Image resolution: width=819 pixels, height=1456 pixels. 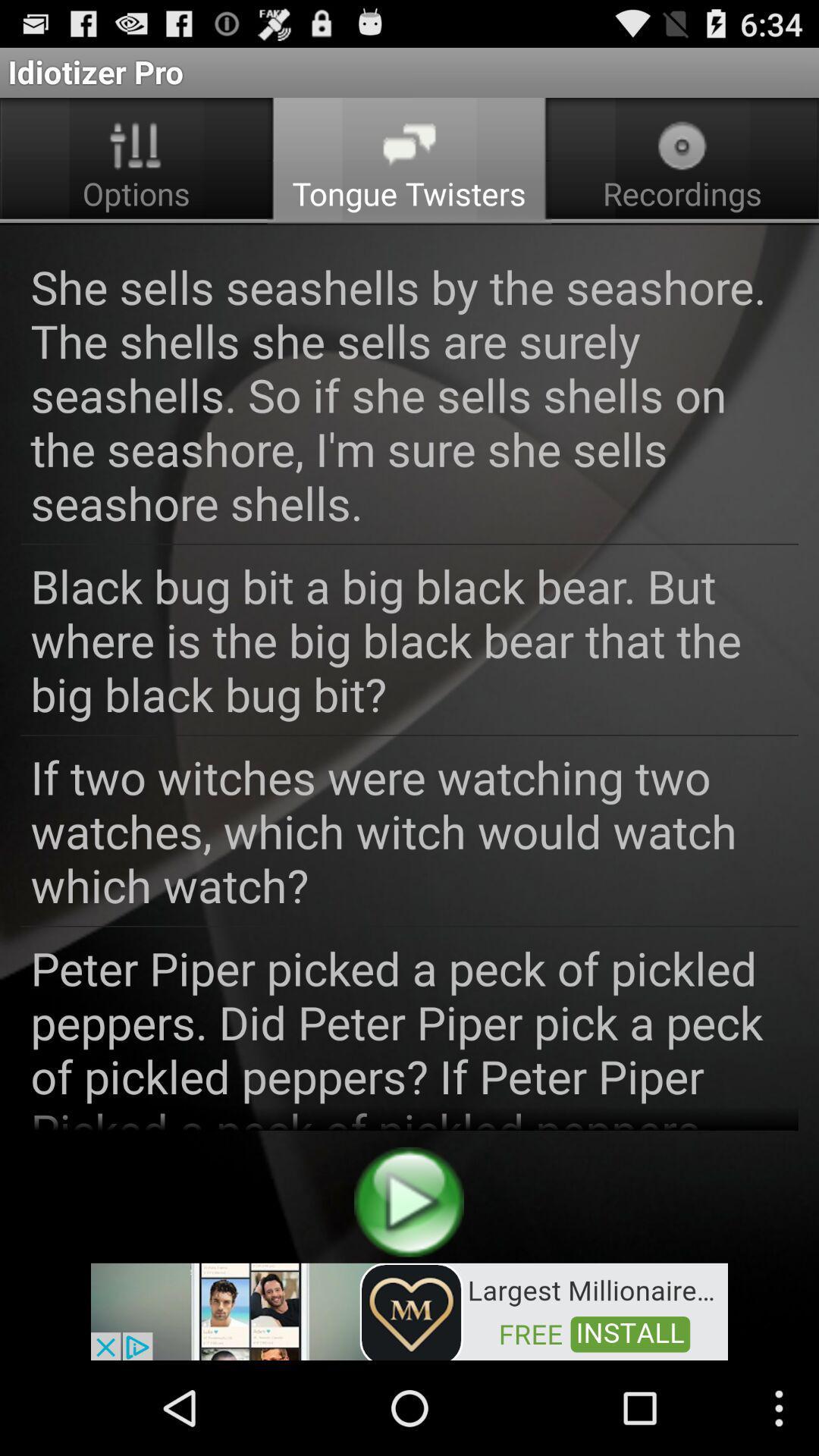 What do you see at coordinates (409, 1310) in the screenshot?
I see `new advertisement open` at bounding box center [409, 1310].